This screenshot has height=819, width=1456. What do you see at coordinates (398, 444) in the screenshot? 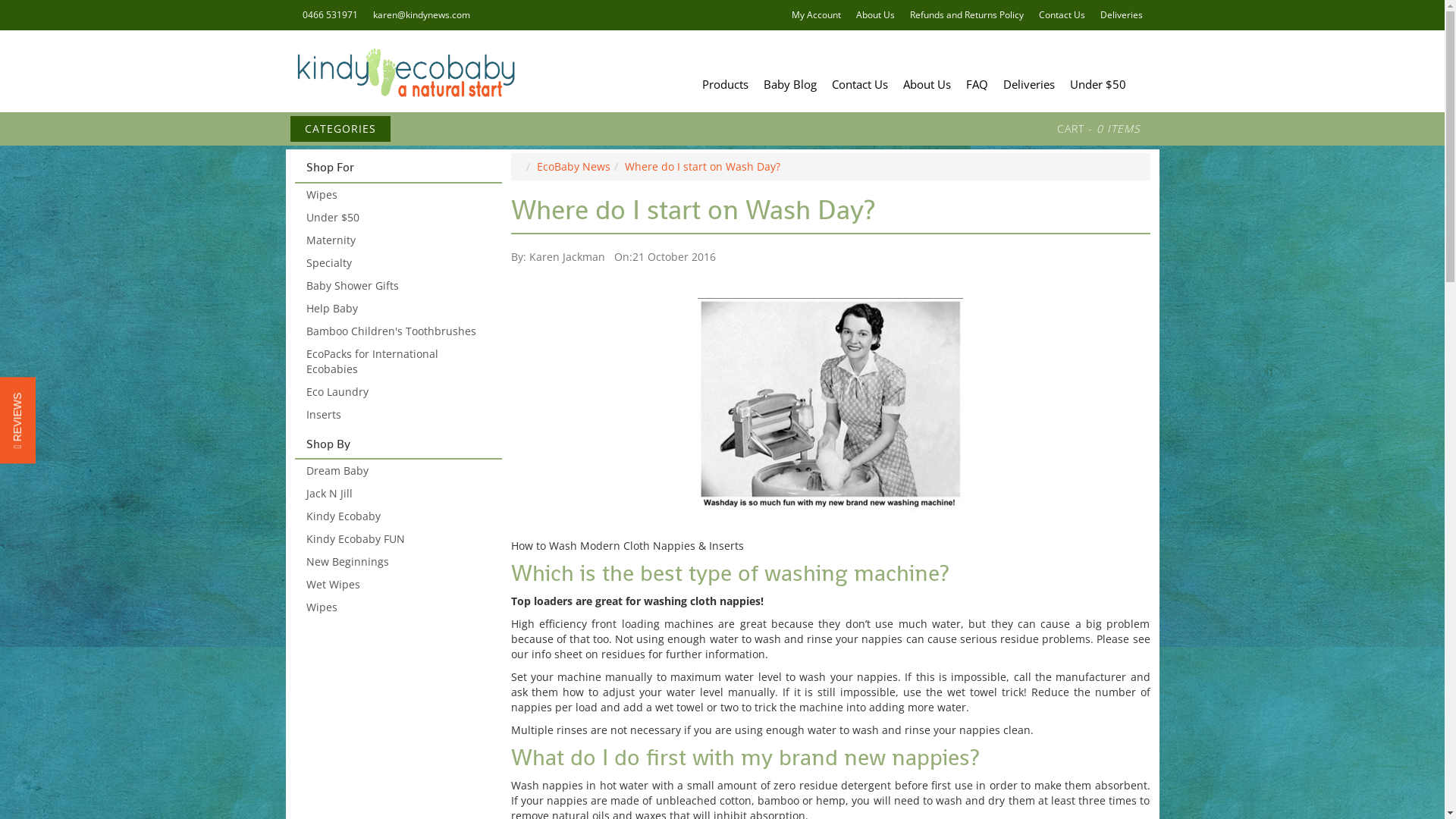
I see `'Shop By'` at bounding box center [398, 444].